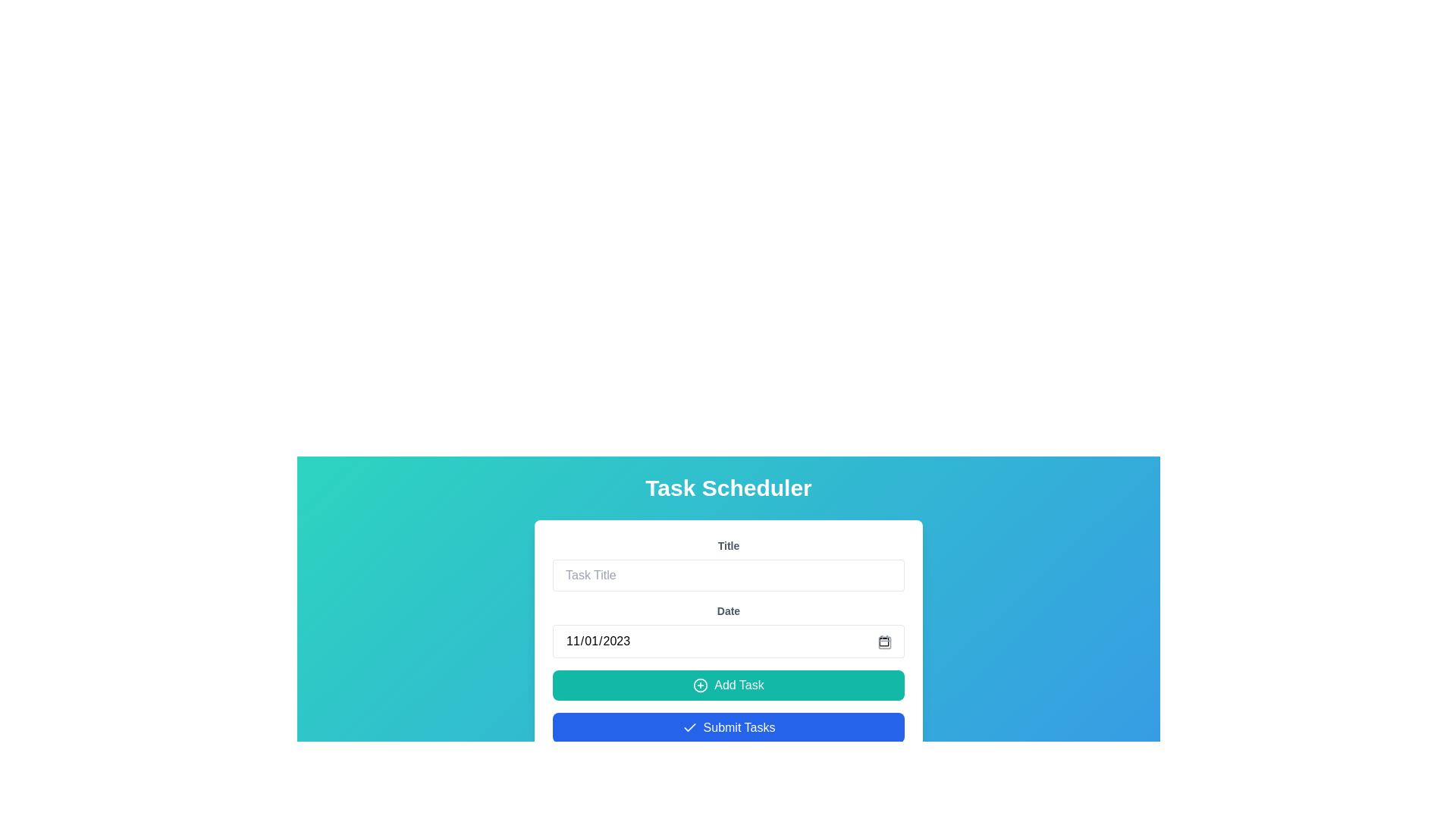 Image resolution: width=1456 pixels, height=819 pixels. Describe the element at coordinates (728, 576) in the screenshot. I see `to select text within the task title input field located below the 'Title' label in the top-center region of the interface` at that location.